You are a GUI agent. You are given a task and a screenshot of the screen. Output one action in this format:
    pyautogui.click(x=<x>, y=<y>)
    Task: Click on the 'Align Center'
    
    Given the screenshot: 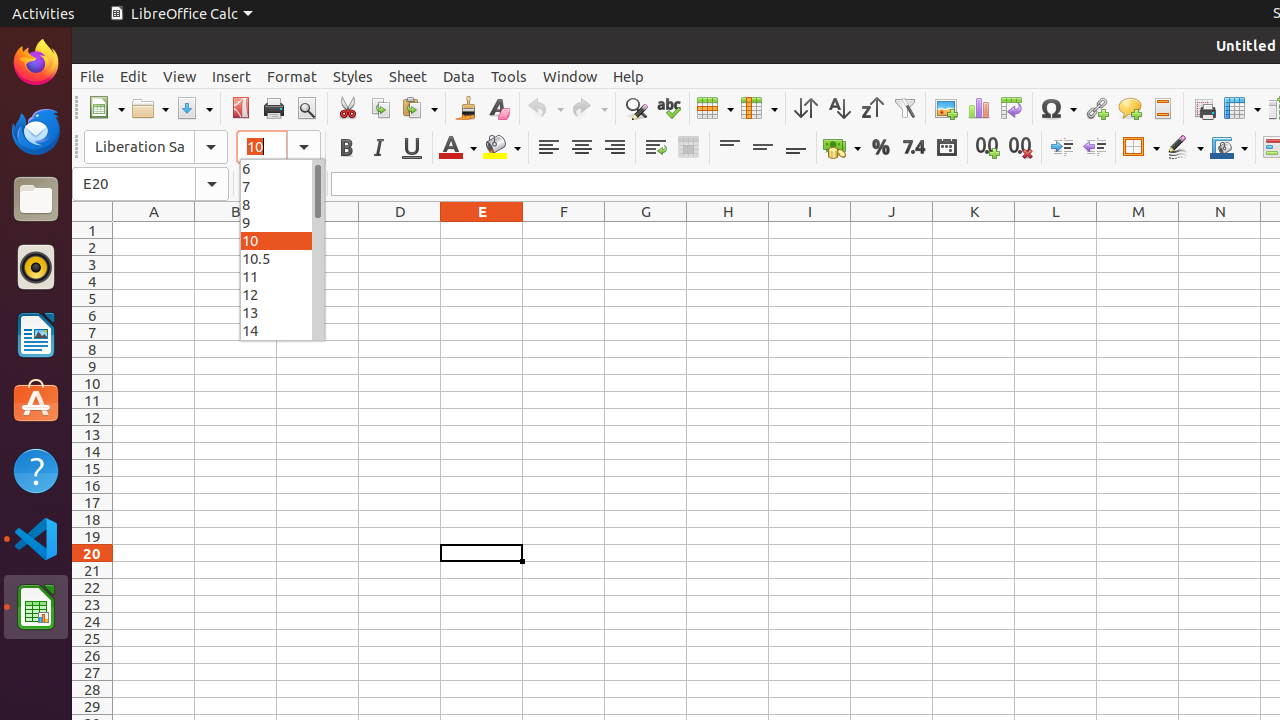 What is the action you would take?
    pyautogui.click(x=580, y=146)
    